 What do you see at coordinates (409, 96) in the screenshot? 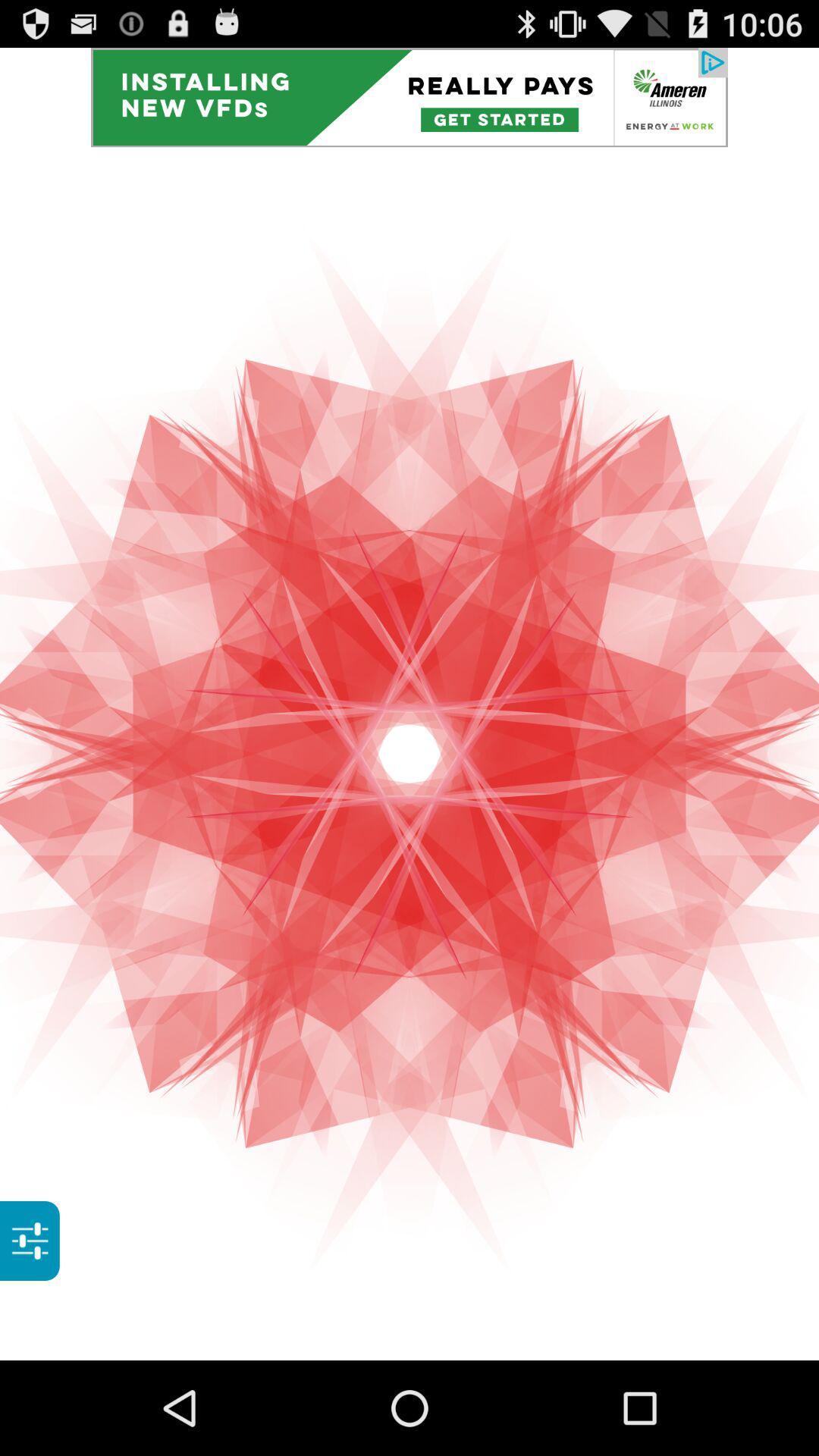
I see `install the app` at bounding box center [409, 96].